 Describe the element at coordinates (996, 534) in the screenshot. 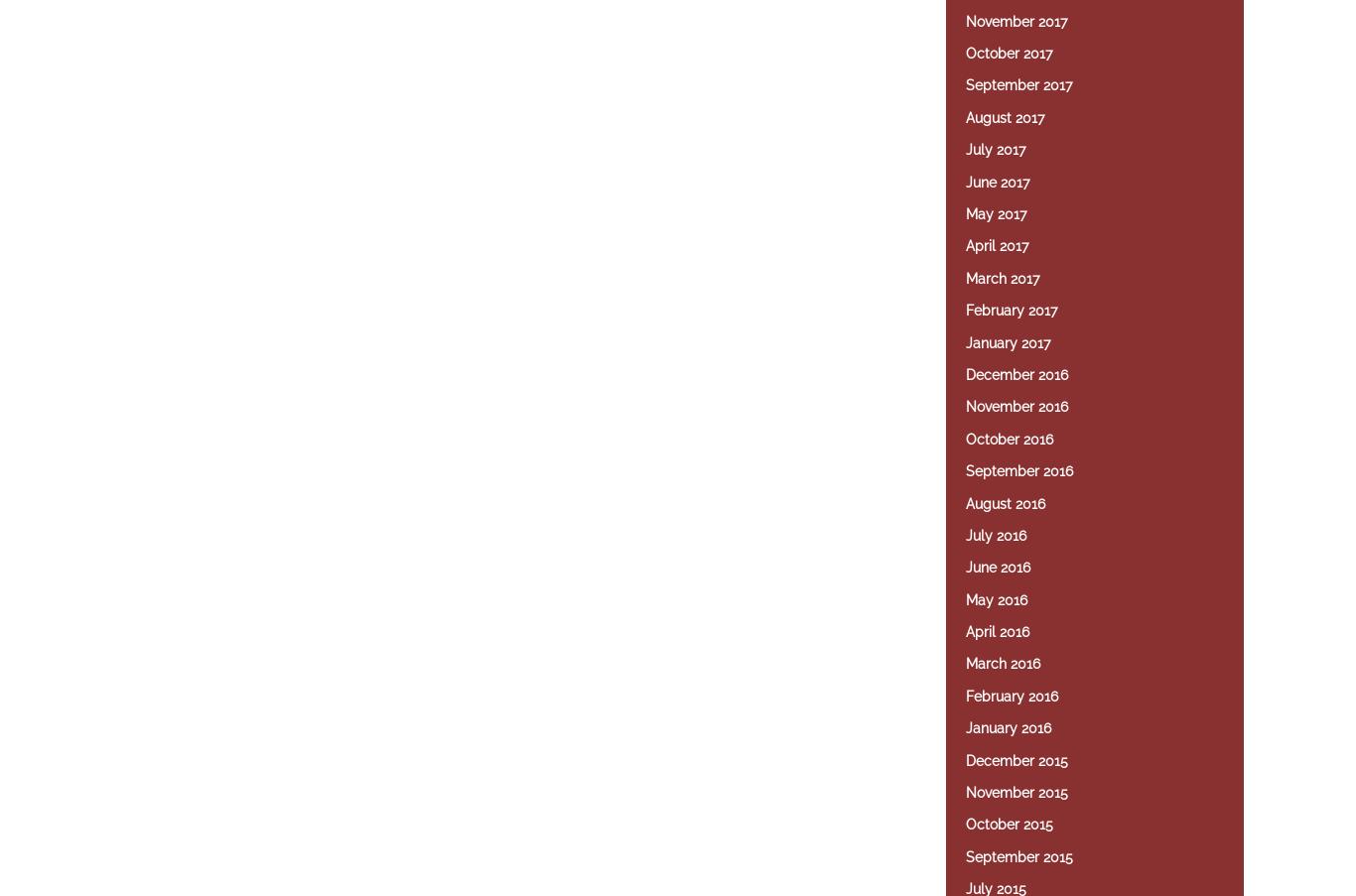

I see `'July 2016'` at that location.